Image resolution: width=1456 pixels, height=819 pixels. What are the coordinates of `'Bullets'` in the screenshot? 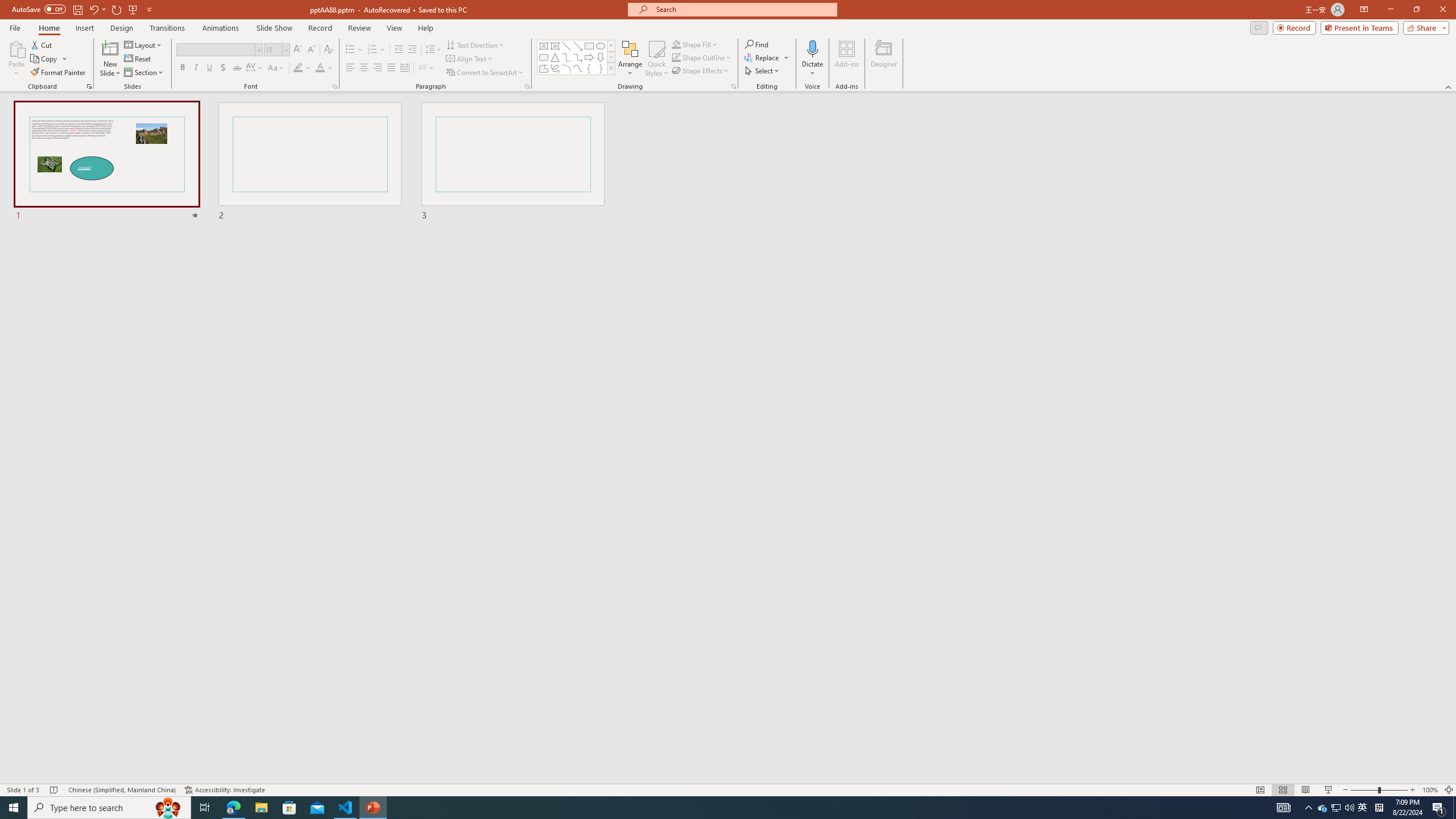 It's located at (350, 49).